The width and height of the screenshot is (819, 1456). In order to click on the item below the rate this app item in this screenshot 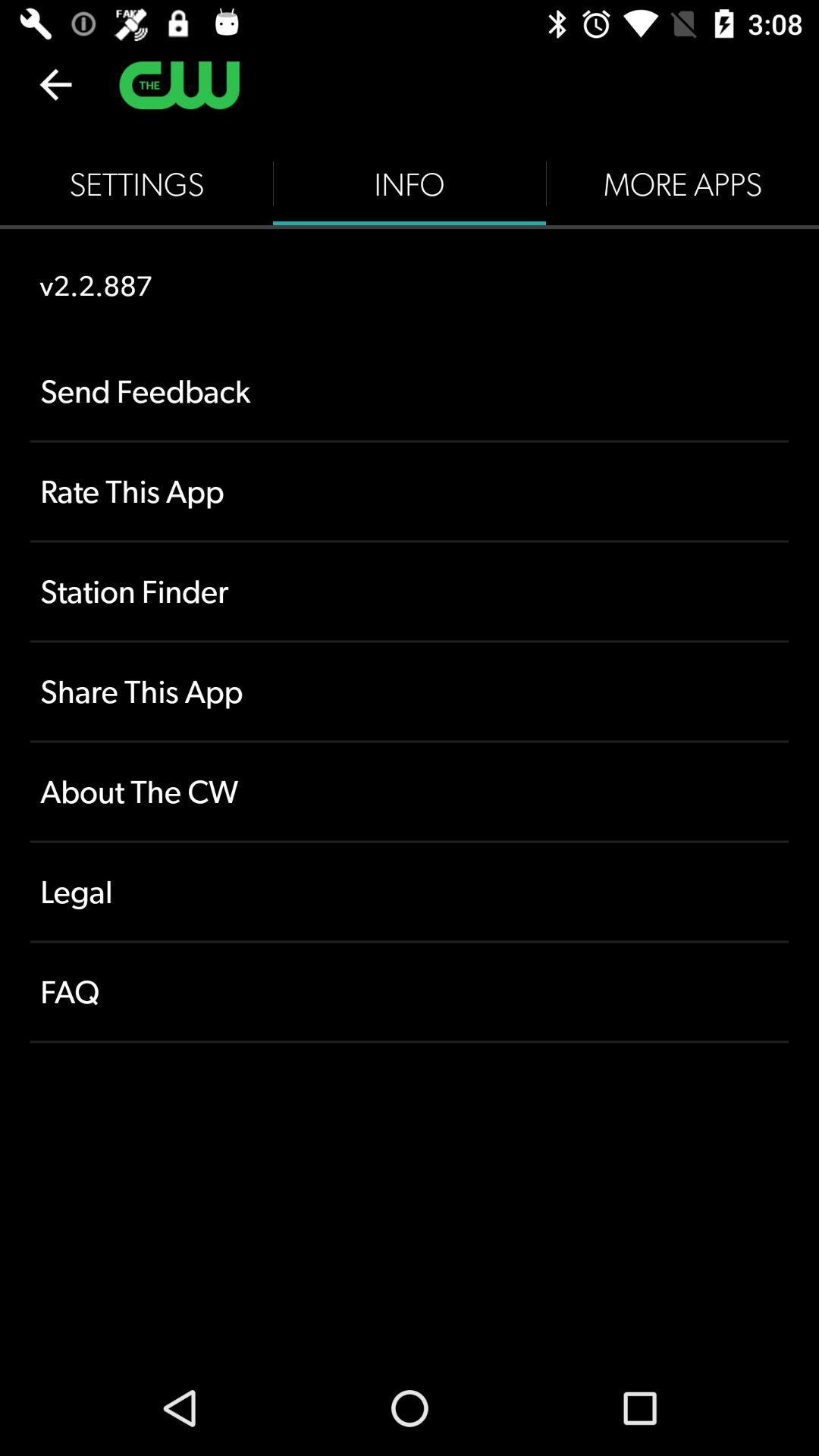, I will do `click(409, 590)`.